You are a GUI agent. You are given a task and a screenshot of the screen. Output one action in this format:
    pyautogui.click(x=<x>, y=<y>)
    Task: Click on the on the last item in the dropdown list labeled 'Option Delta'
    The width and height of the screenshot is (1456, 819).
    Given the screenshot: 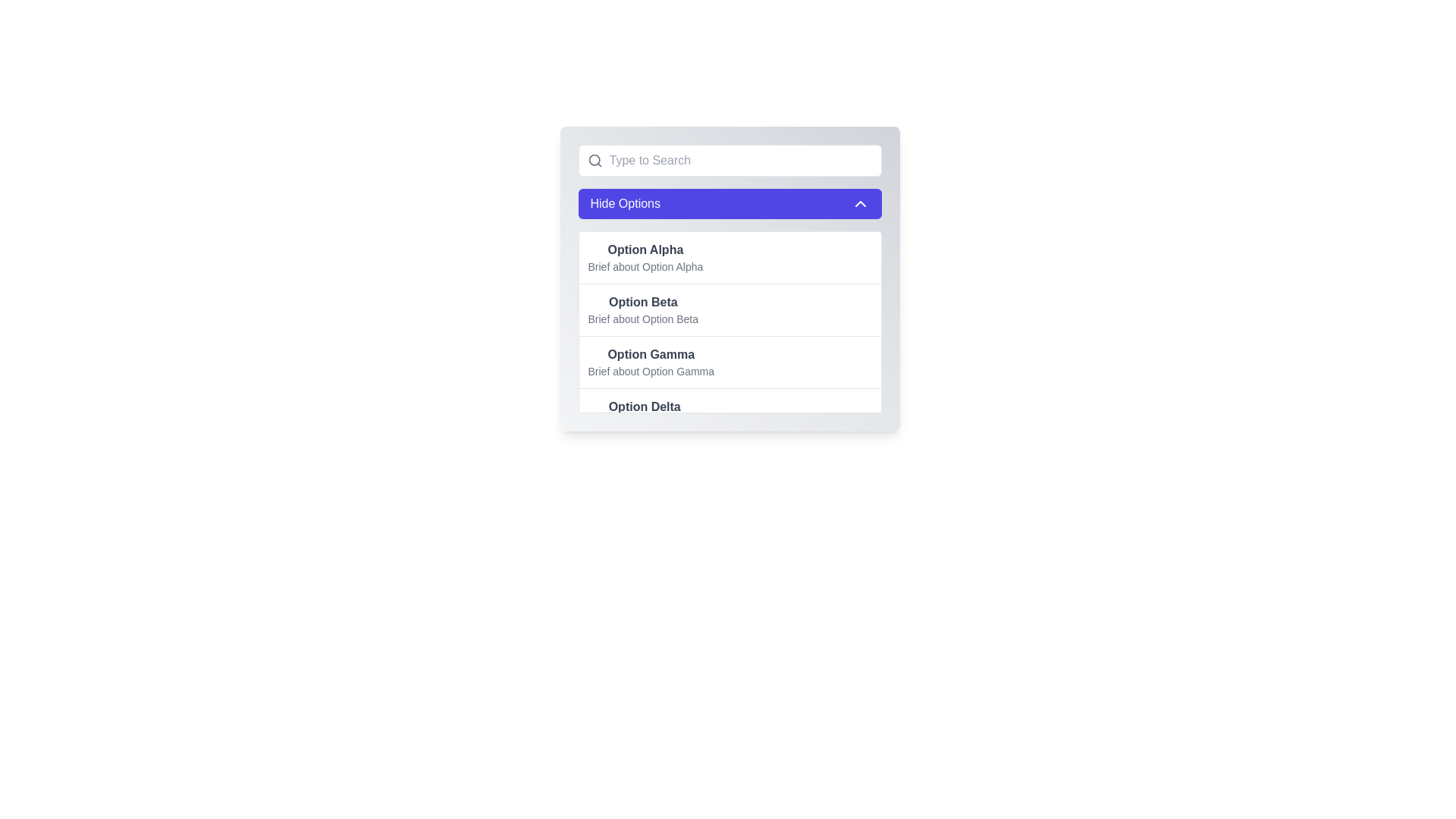 What is the action you would take?
    pyautogui.click(x=645, y=415)
    